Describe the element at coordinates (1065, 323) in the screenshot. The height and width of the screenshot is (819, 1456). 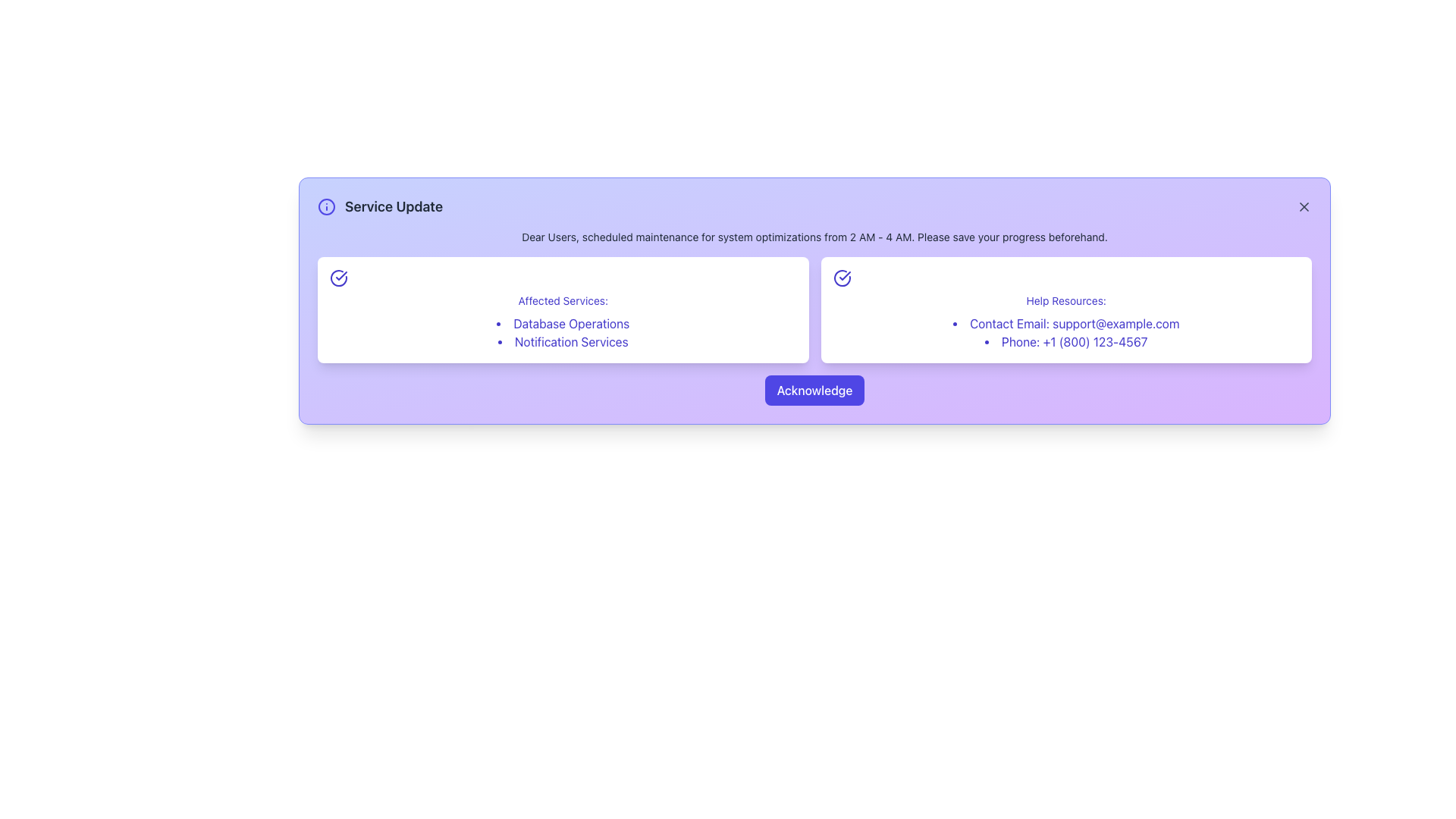
I see `the 'Contact Email: support@example.com' text element, which is styled as a hyperlink in blue` at that location.